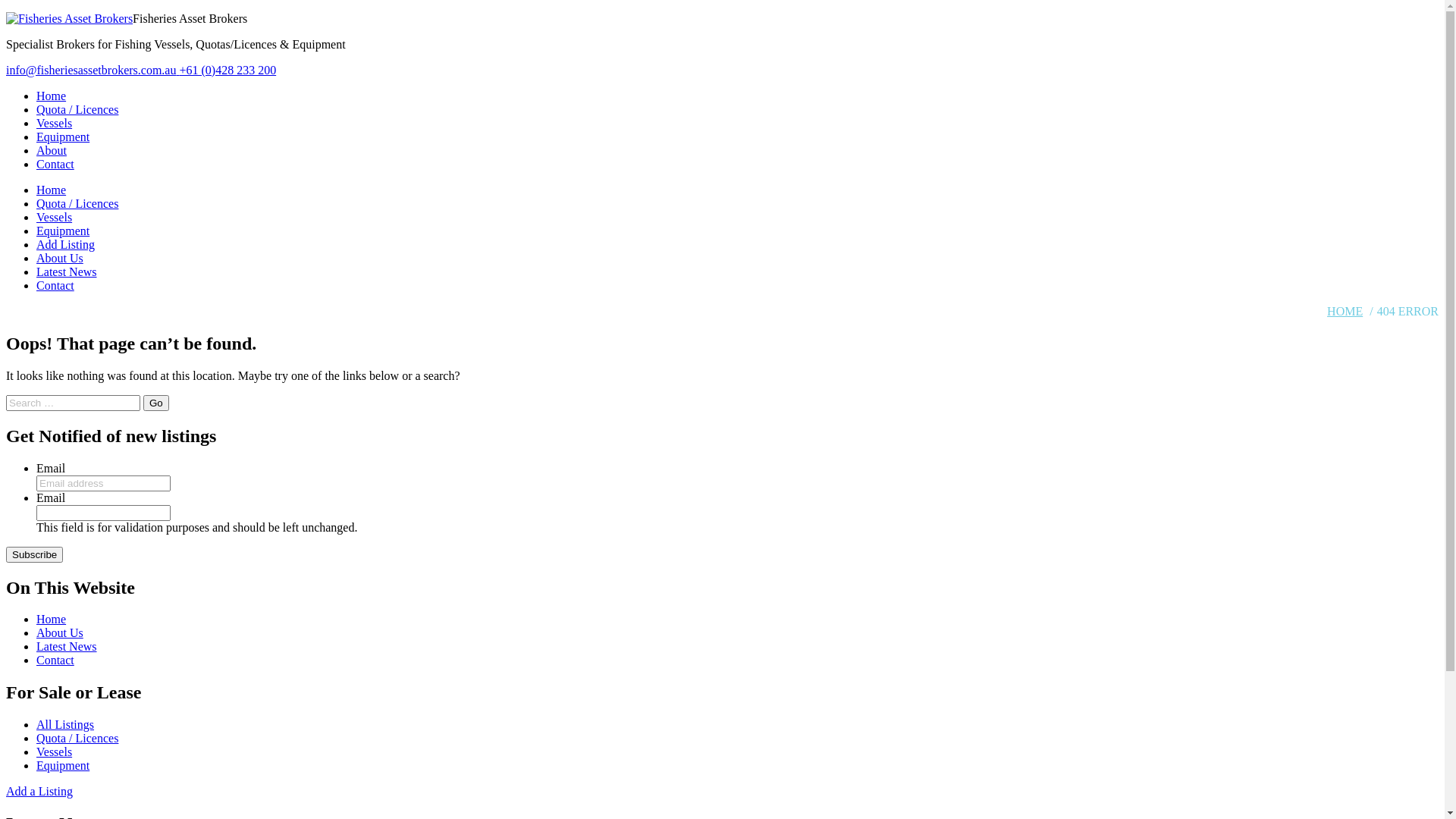  What do you see at coordinates (36, 96) in the screenshot?
I see `'Home'` at bounding box center [36, 96].